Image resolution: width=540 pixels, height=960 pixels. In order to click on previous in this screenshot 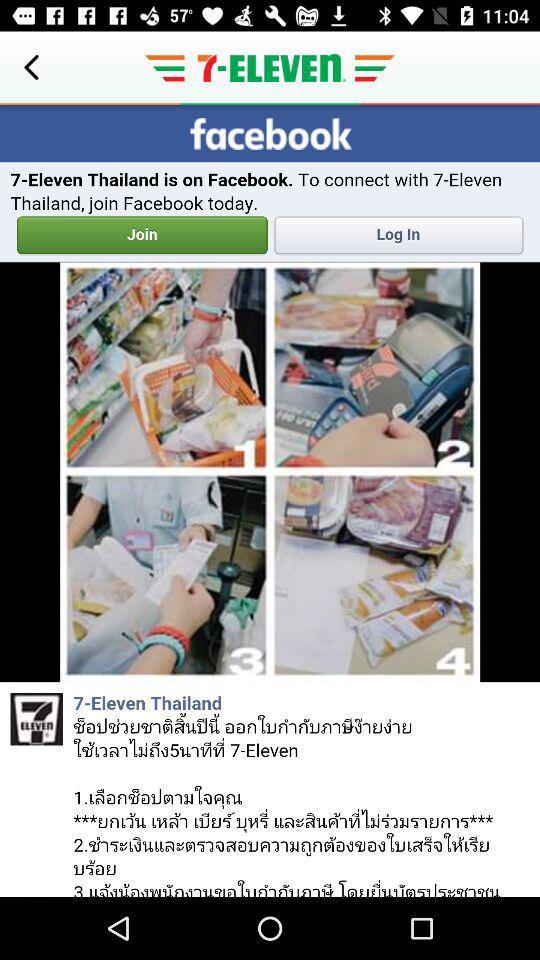, I will do `click(30, 68)`.